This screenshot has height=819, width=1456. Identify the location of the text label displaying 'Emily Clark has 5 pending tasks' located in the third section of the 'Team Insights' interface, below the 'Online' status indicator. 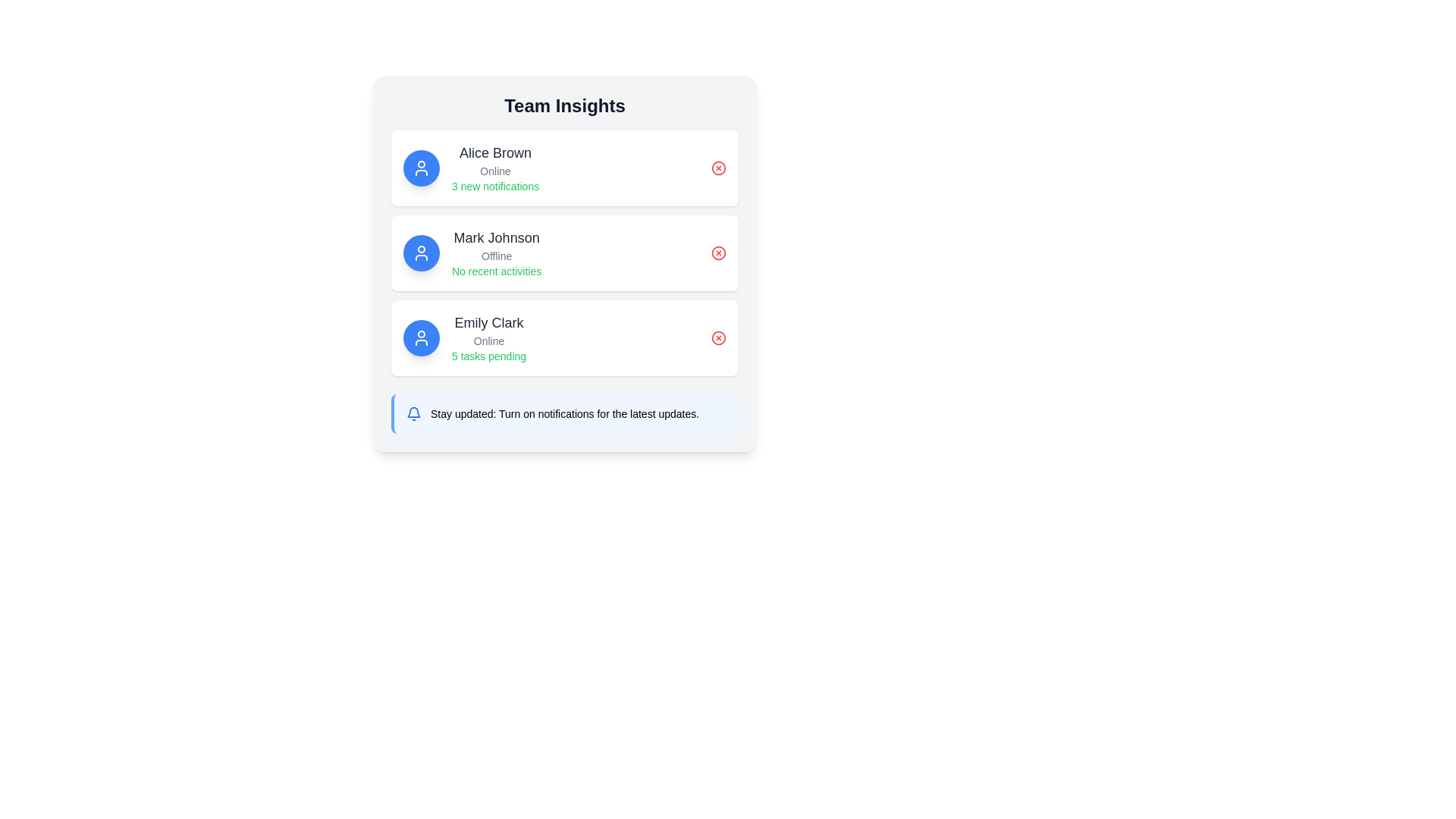
(489, 356).